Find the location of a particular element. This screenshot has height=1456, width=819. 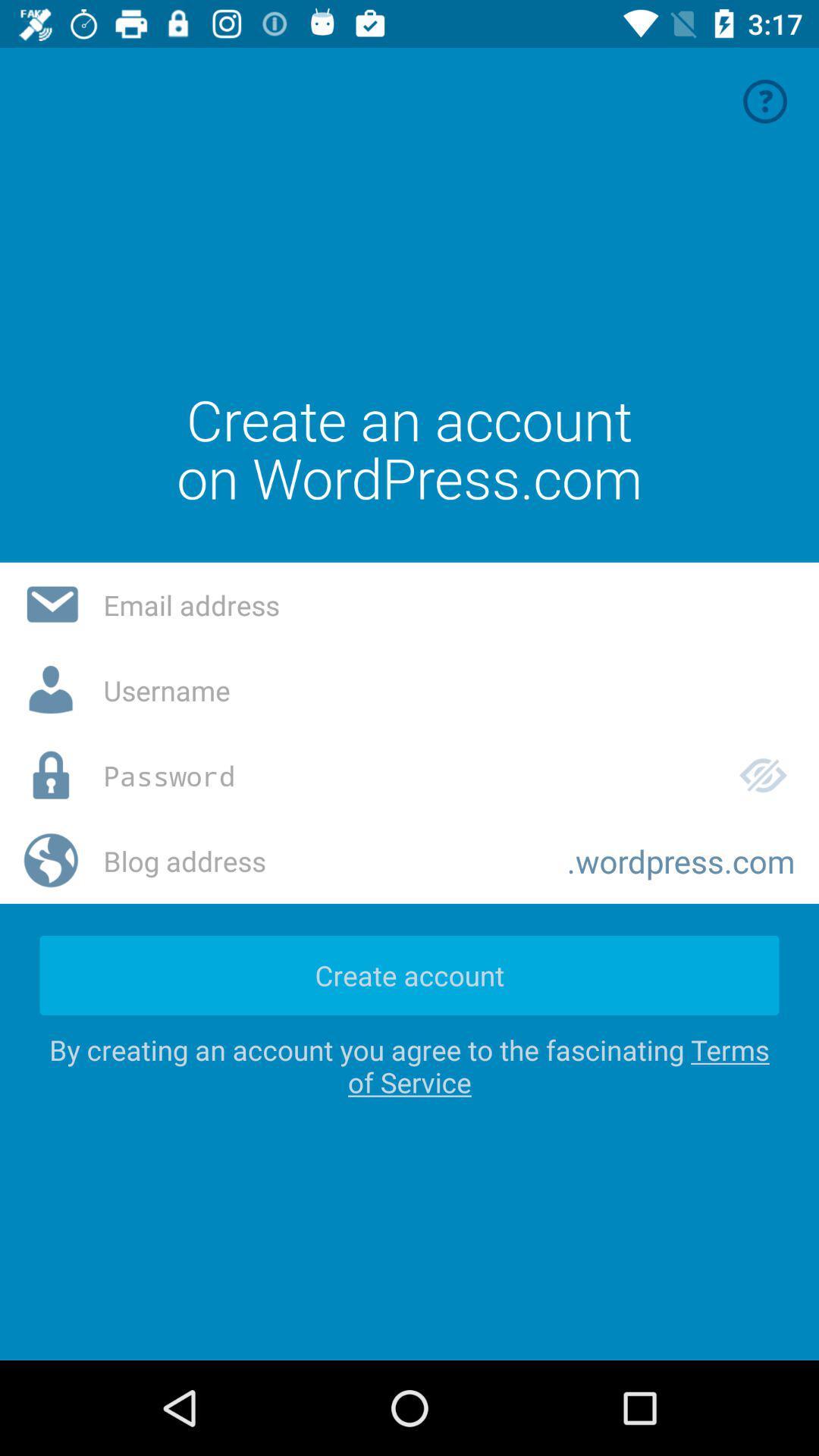

the visibility icon is located at coordinates (763, 775).